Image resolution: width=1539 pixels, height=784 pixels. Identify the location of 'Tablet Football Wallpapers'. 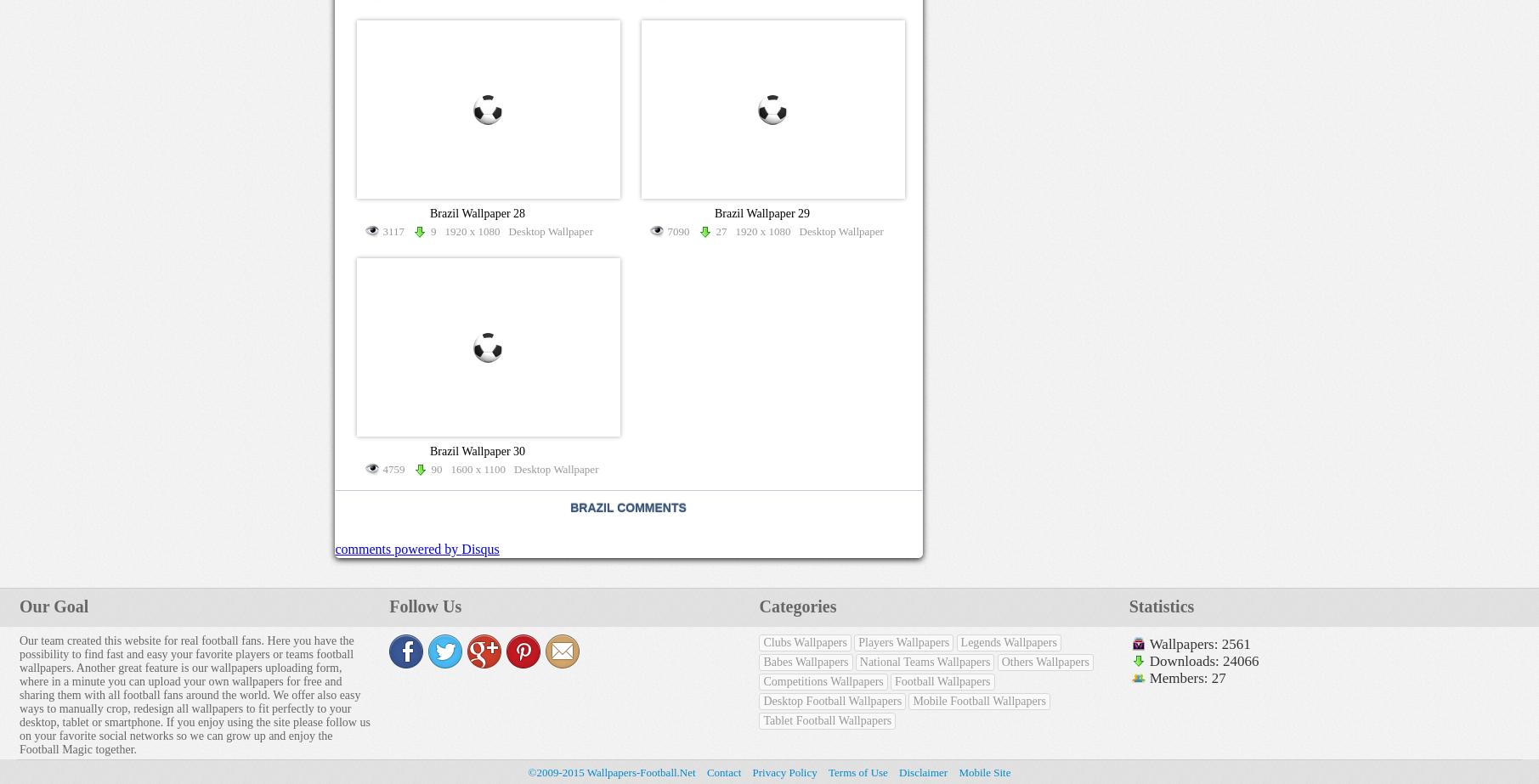
(826, 719).